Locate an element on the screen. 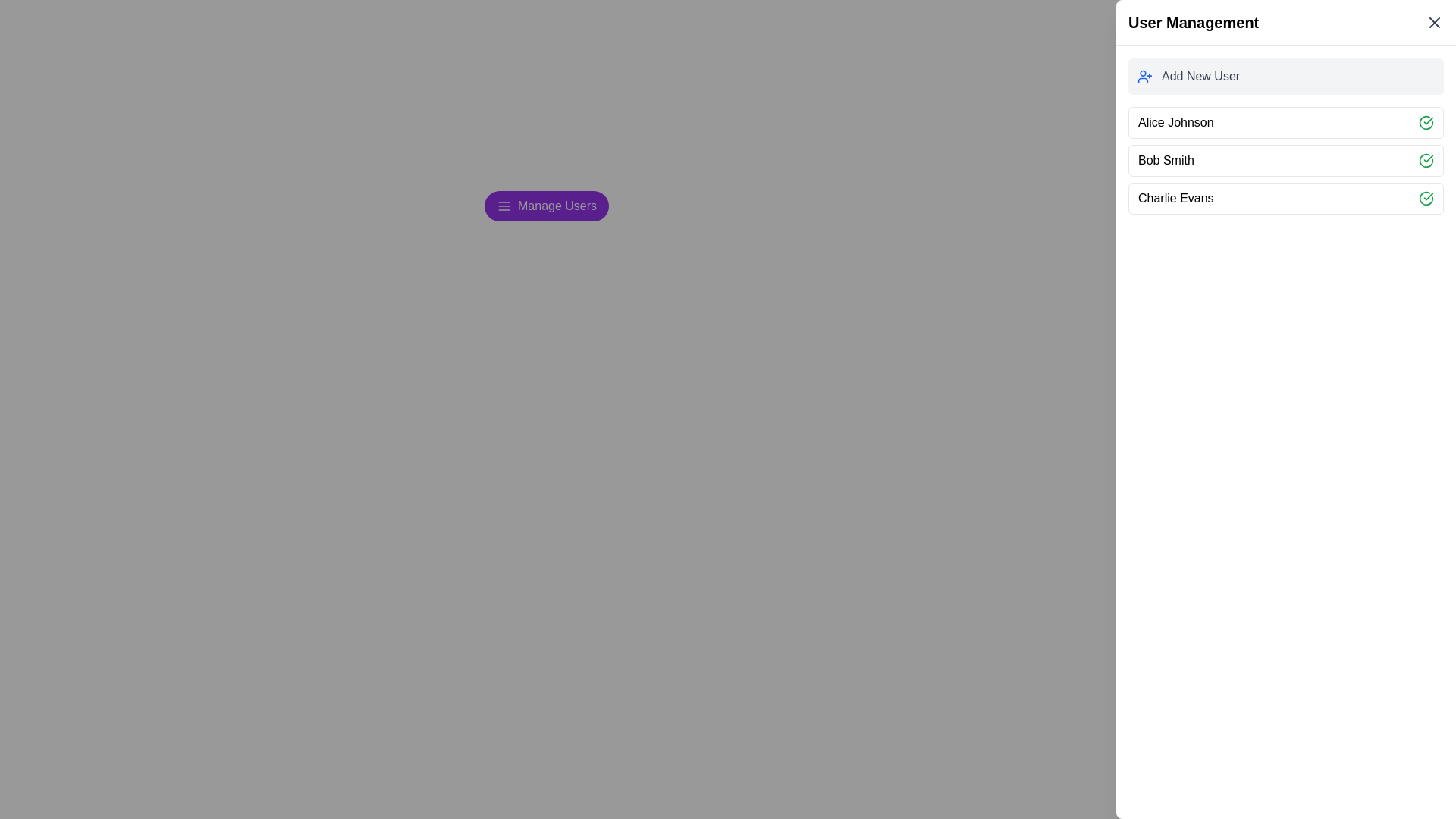  the static text label reading 'User Management', which is styled in bold and larger font, located at the top of a white sidebar interface with a light gray background is located at coordinates (1193, 23).